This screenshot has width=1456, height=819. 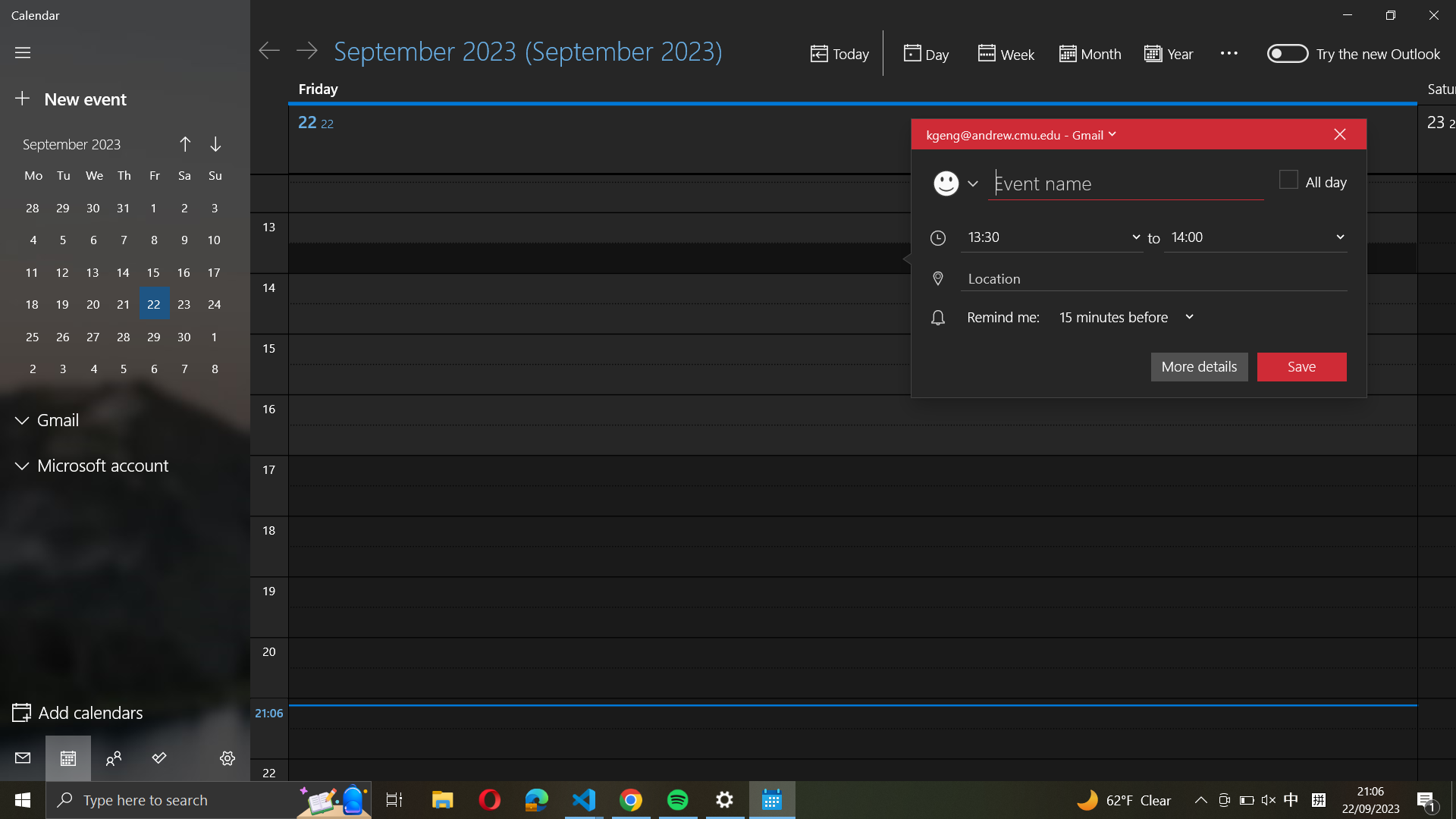 I want to click on see all email address affiliated to an event, so click(x=1019, y=133).